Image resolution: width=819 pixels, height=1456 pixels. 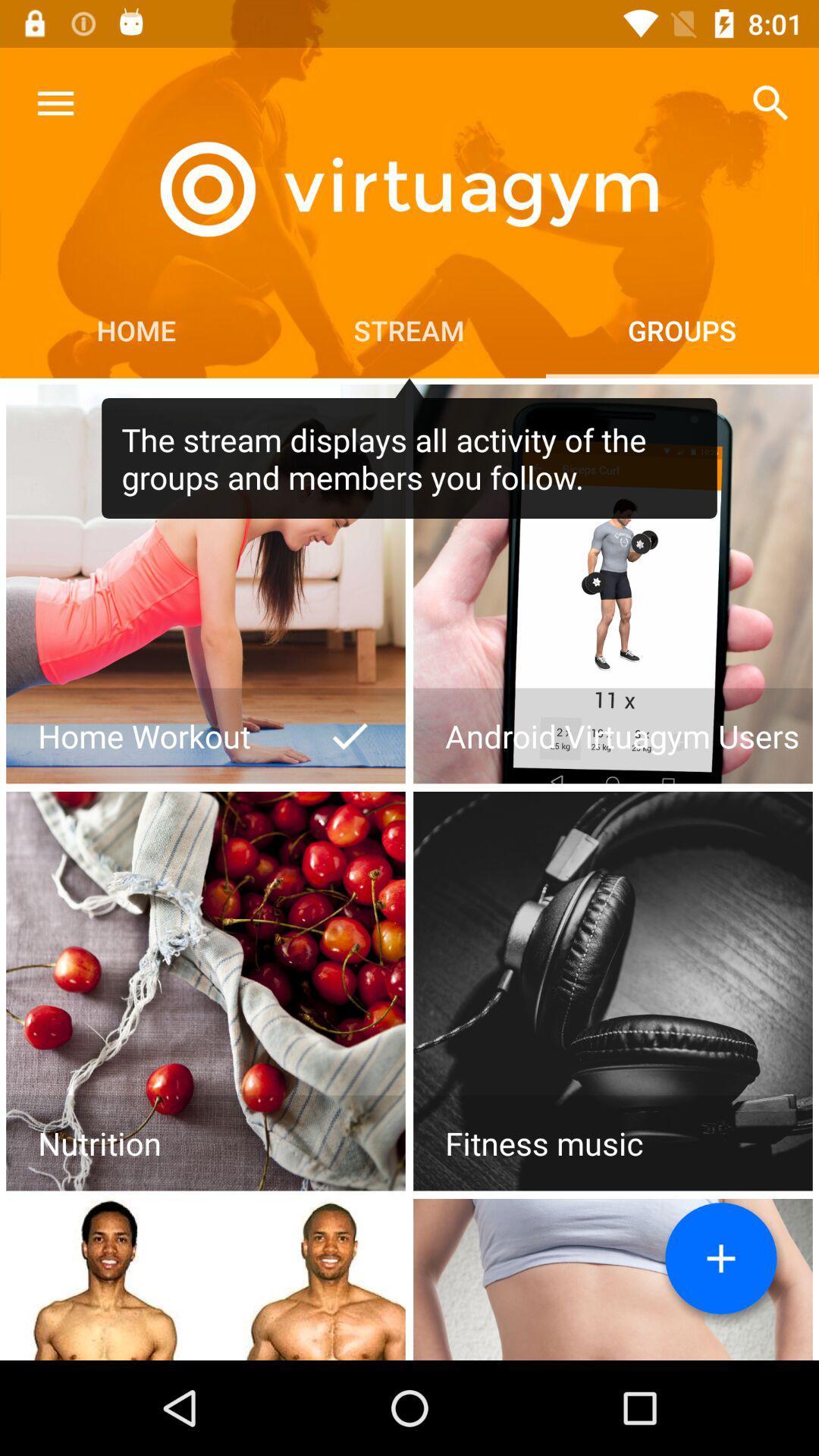 I want to click on home workout, so click(x=206, y=583).